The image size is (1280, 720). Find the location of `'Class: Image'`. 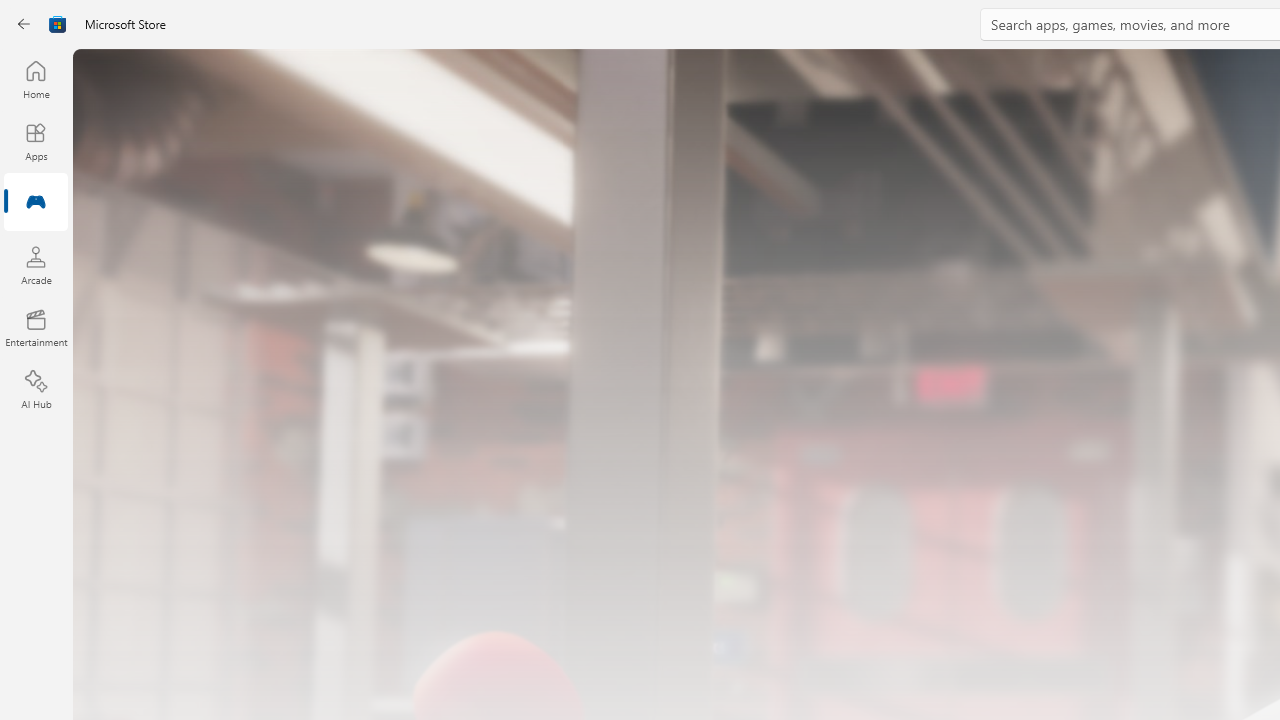

'Class: Image' is located at coordinates (58, 24).